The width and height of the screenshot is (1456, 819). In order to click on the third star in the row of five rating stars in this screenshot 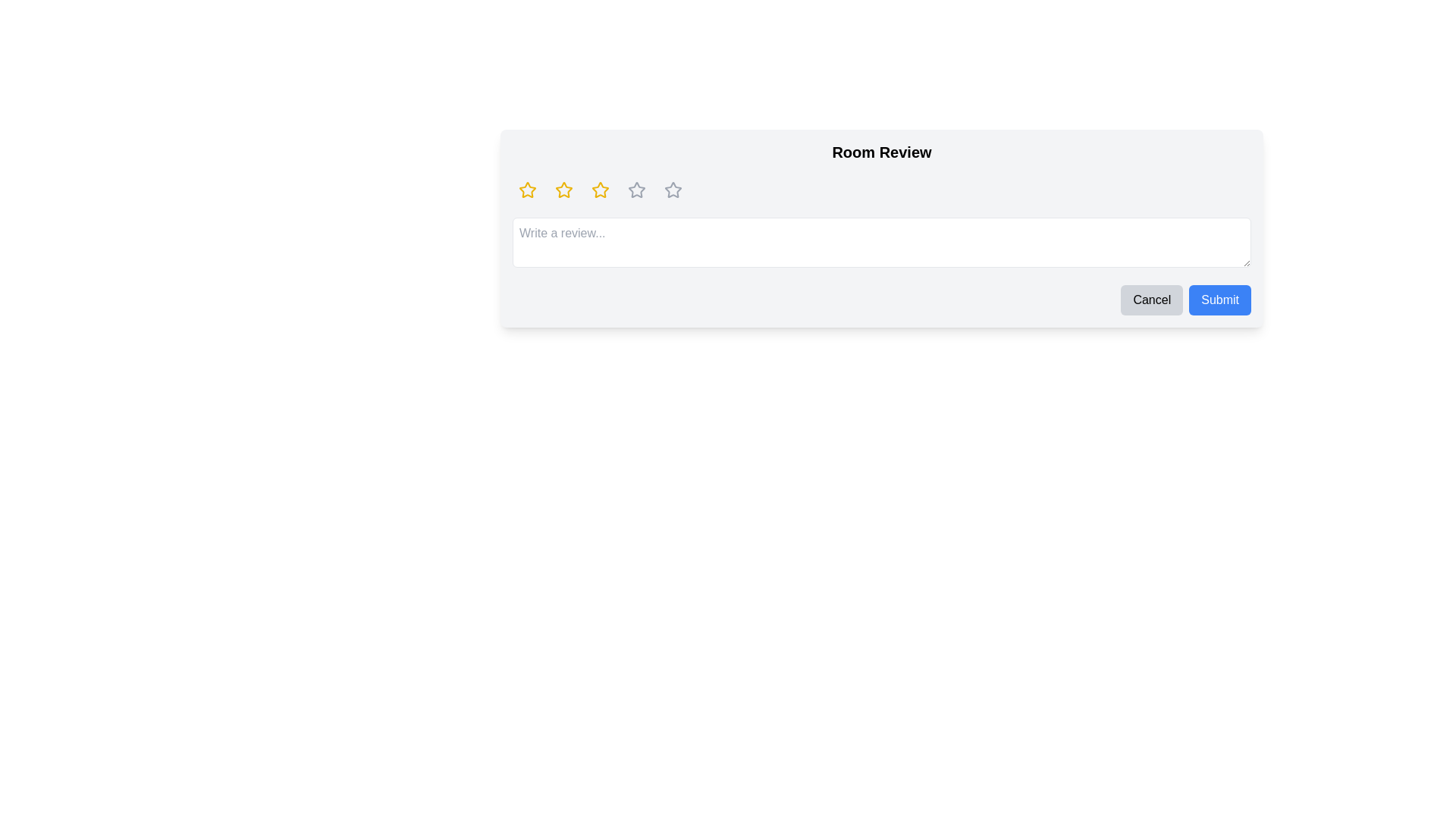, I will do `click(600, 189)`.